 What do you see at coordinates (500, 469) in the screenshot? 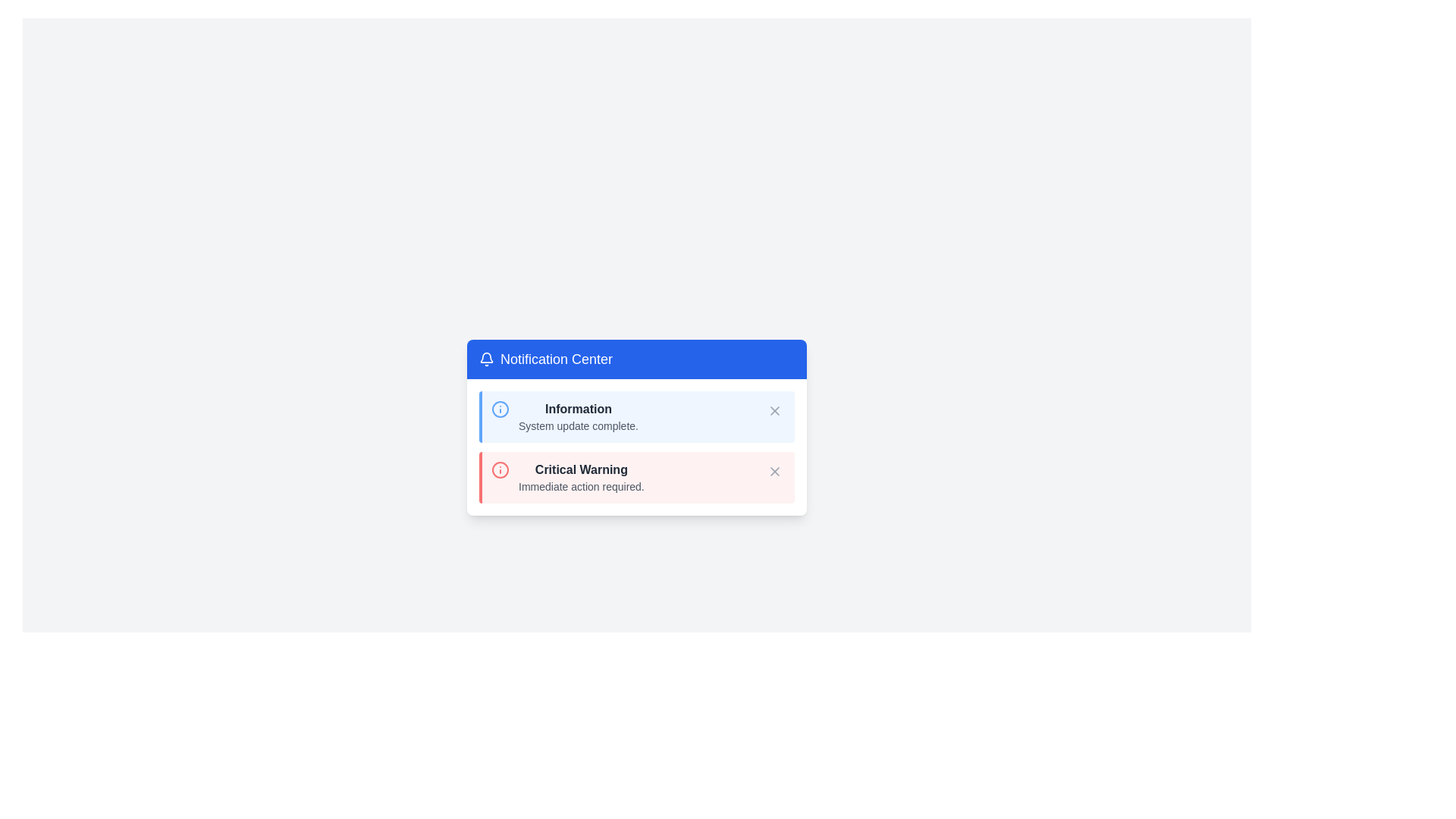
I see `the critical warning icon located in the leftmost section of the notification box, which is above the warning's descriptive text and to the left of the dismiss button` at bounding box center [500, 469].